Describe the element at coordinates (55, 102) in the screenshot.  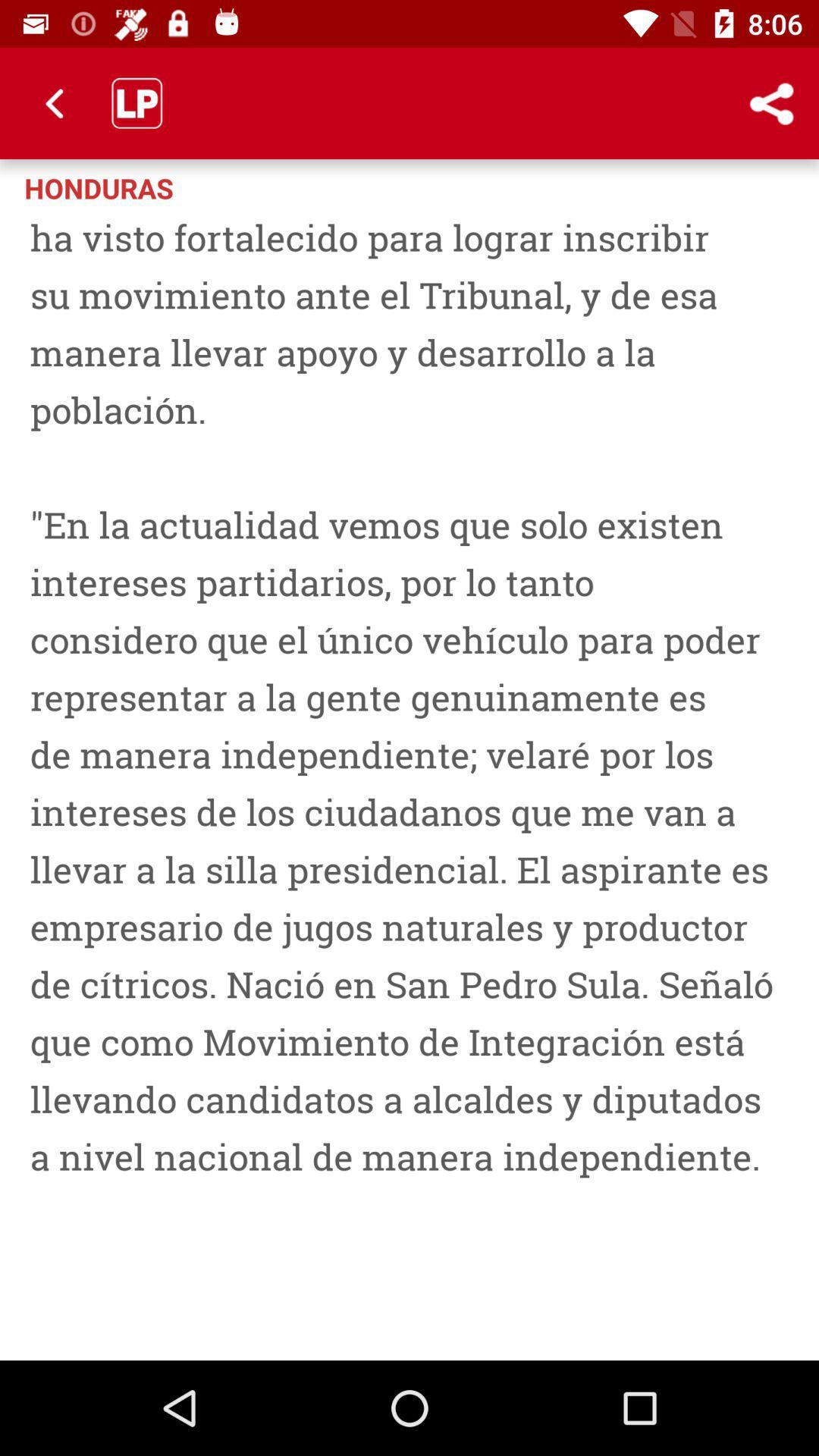
I see `icon above honduras` at that location.